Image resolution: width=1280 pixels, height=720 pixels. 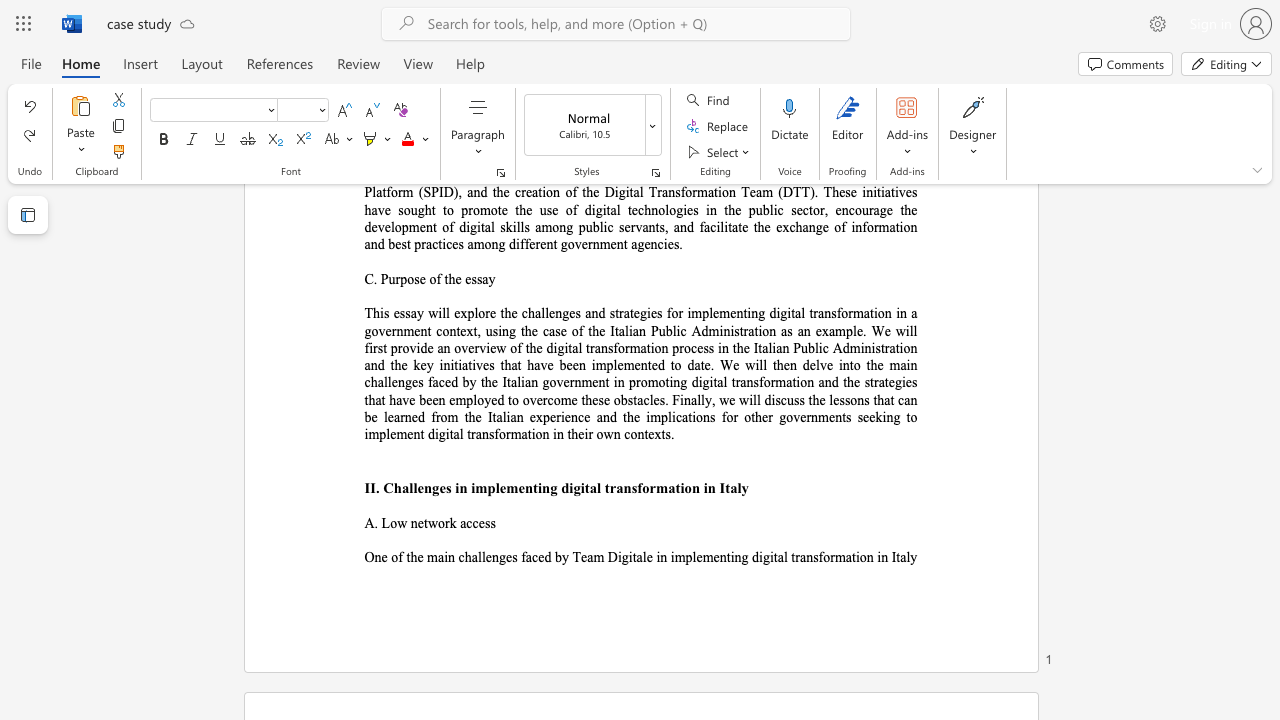 I want to click on the space between the continuous character "p" and "l" in the text, so click(x=691, y=557).